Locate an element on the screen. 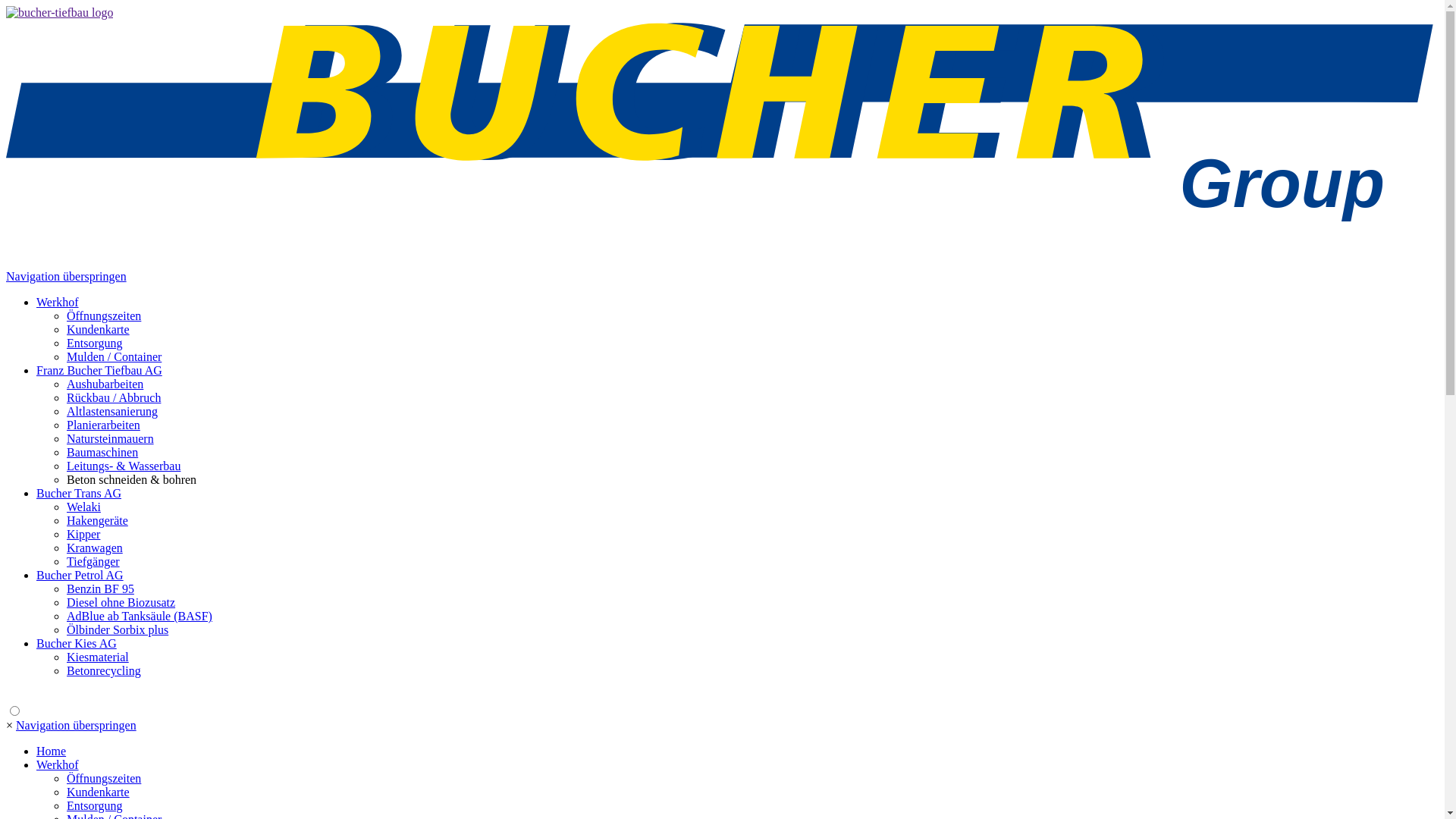 The height and width of the screenshot is (819, 1456). 'Kundenkarte' is located at coordinates (97, 791).